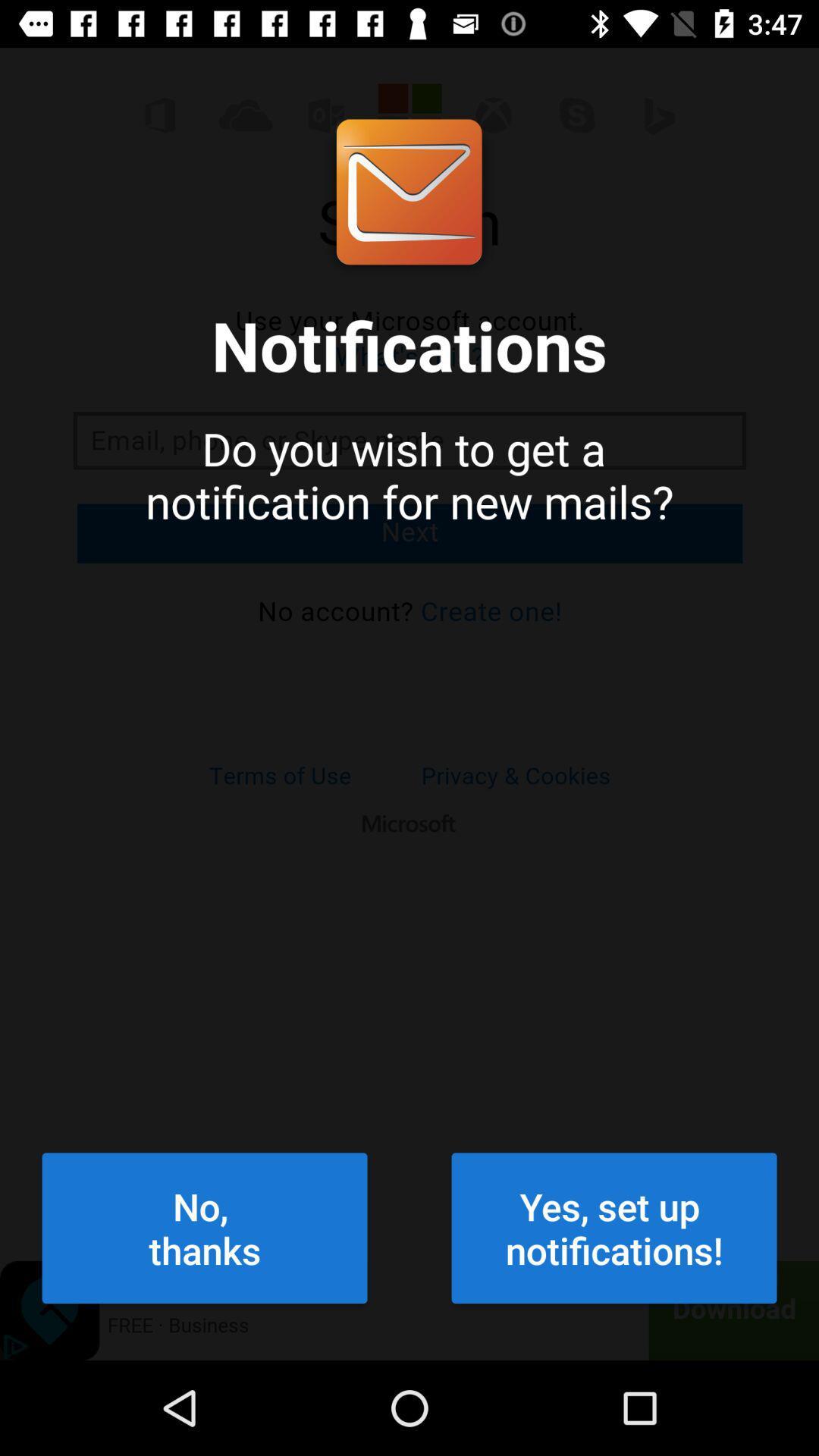 The height and width of the screenshot is (1456, 819). What do you see at coordinates (614, 1228) in the screenshot?
I see `yes set up at the bottom right corner` at bounding box center [614, 1228].